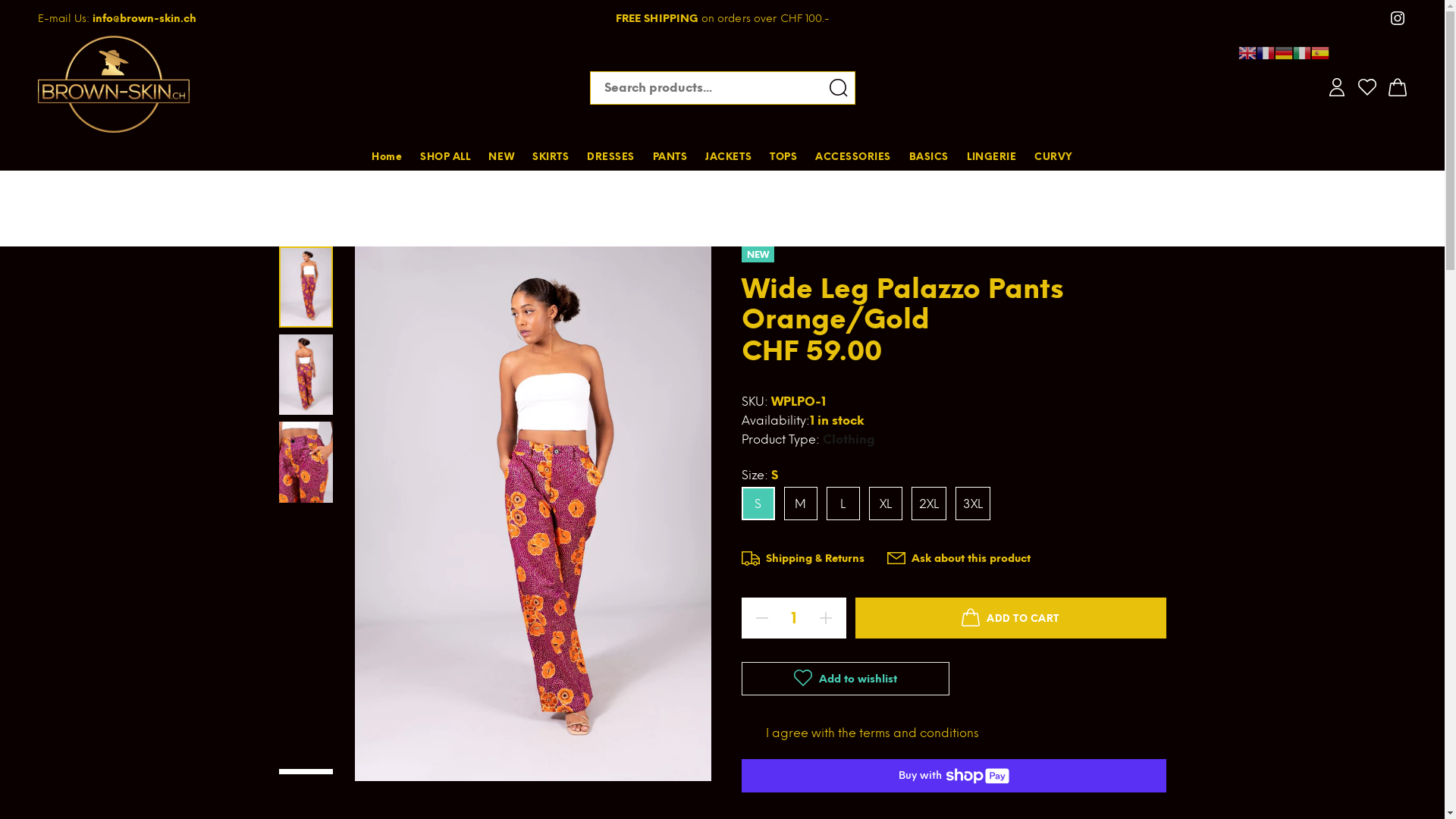 This screenshot has width=1456, height=819. I want to click on 'BASICS', so click(927, 155).